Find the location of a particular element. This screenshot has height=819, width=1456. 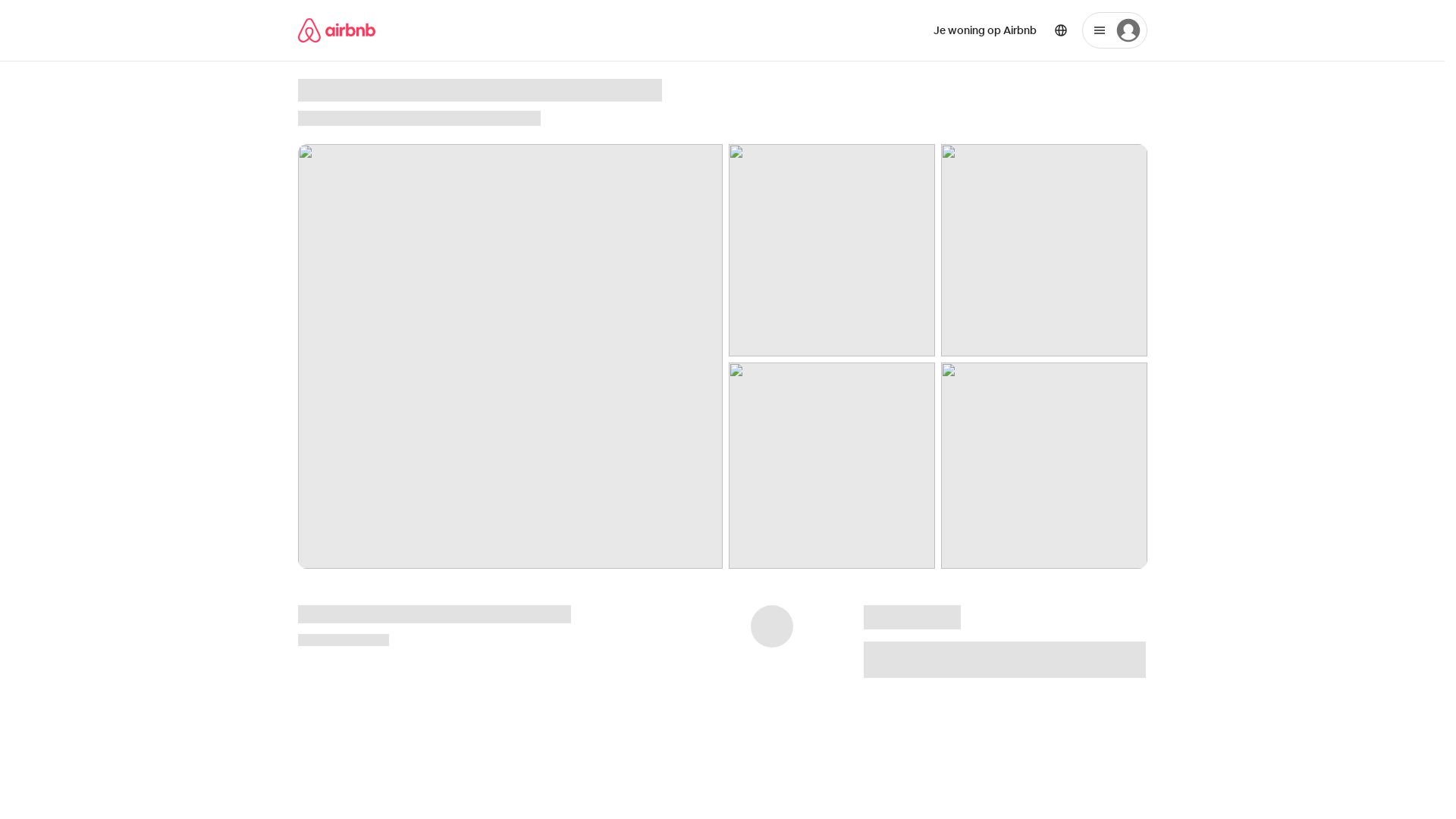

'Je woning op Airbnb' is located at coordinates (923, 30).